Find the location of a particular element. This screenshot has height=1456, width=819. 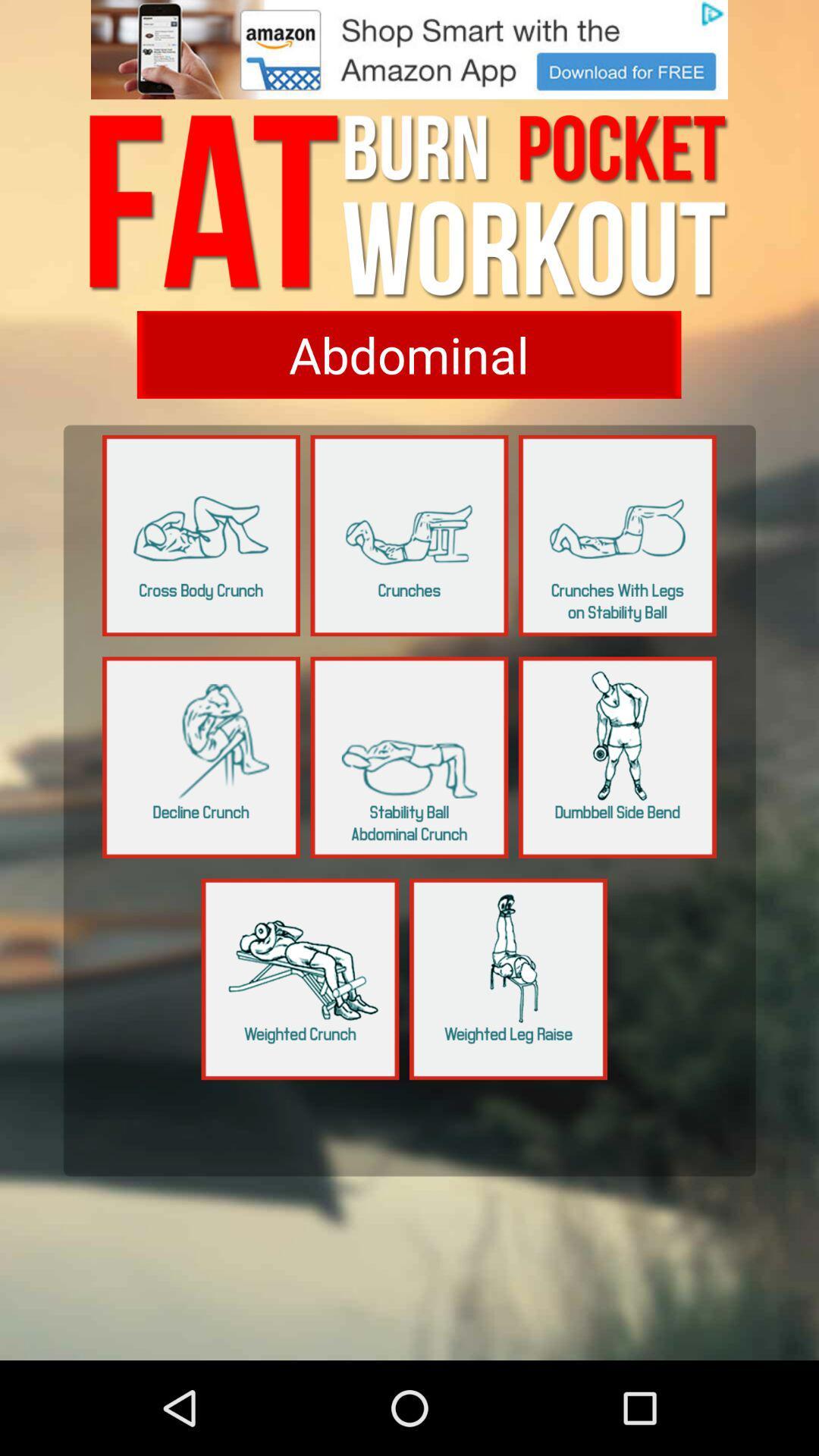

weighted crunch is located at coordinates (300, 979).